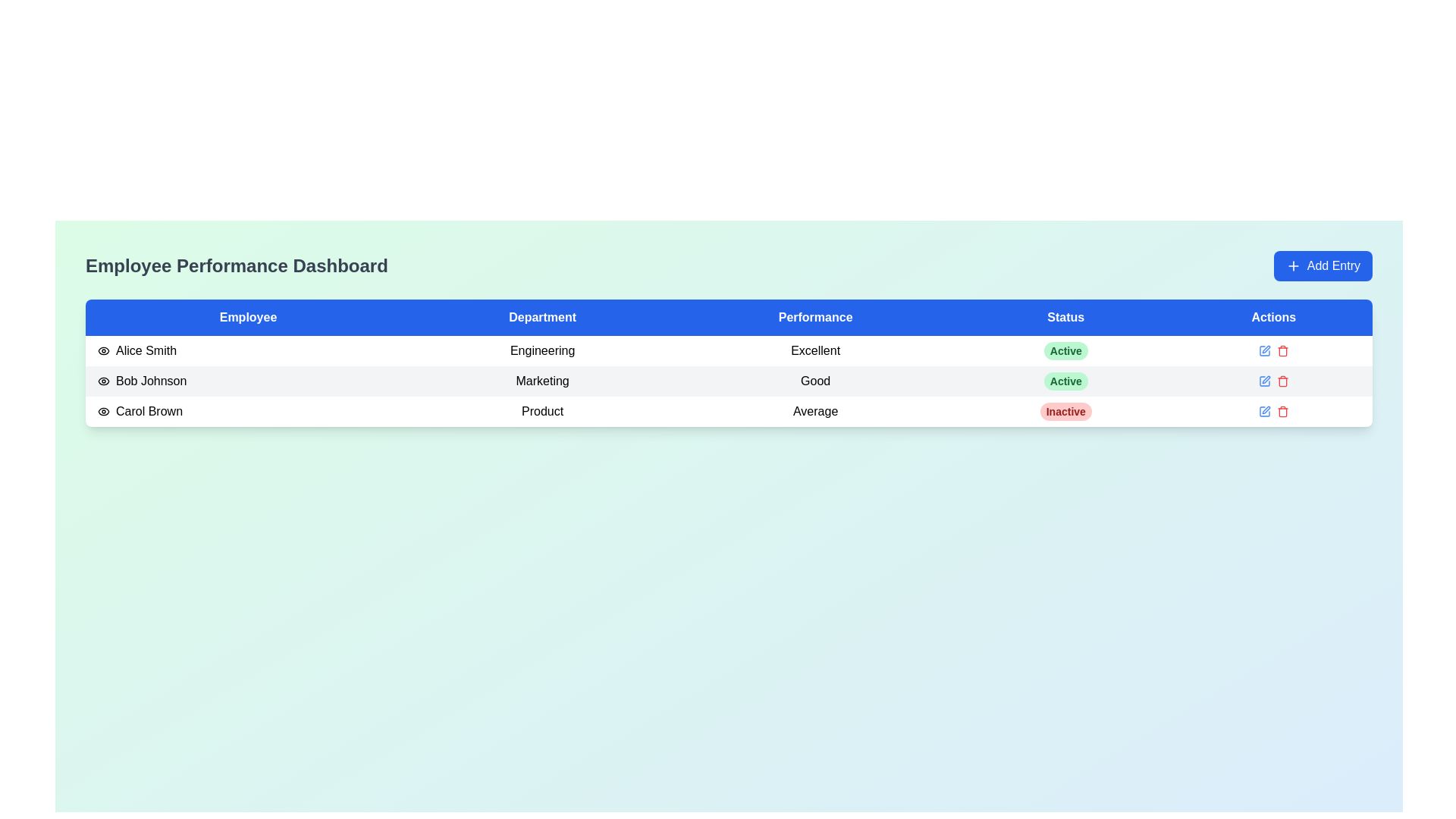  Describe the element at coordinates (814, 380) in the screenshot. I see `performance evaluation text ('Good') for Bob Johnson, located in the third column of the second row of the table` at that location.